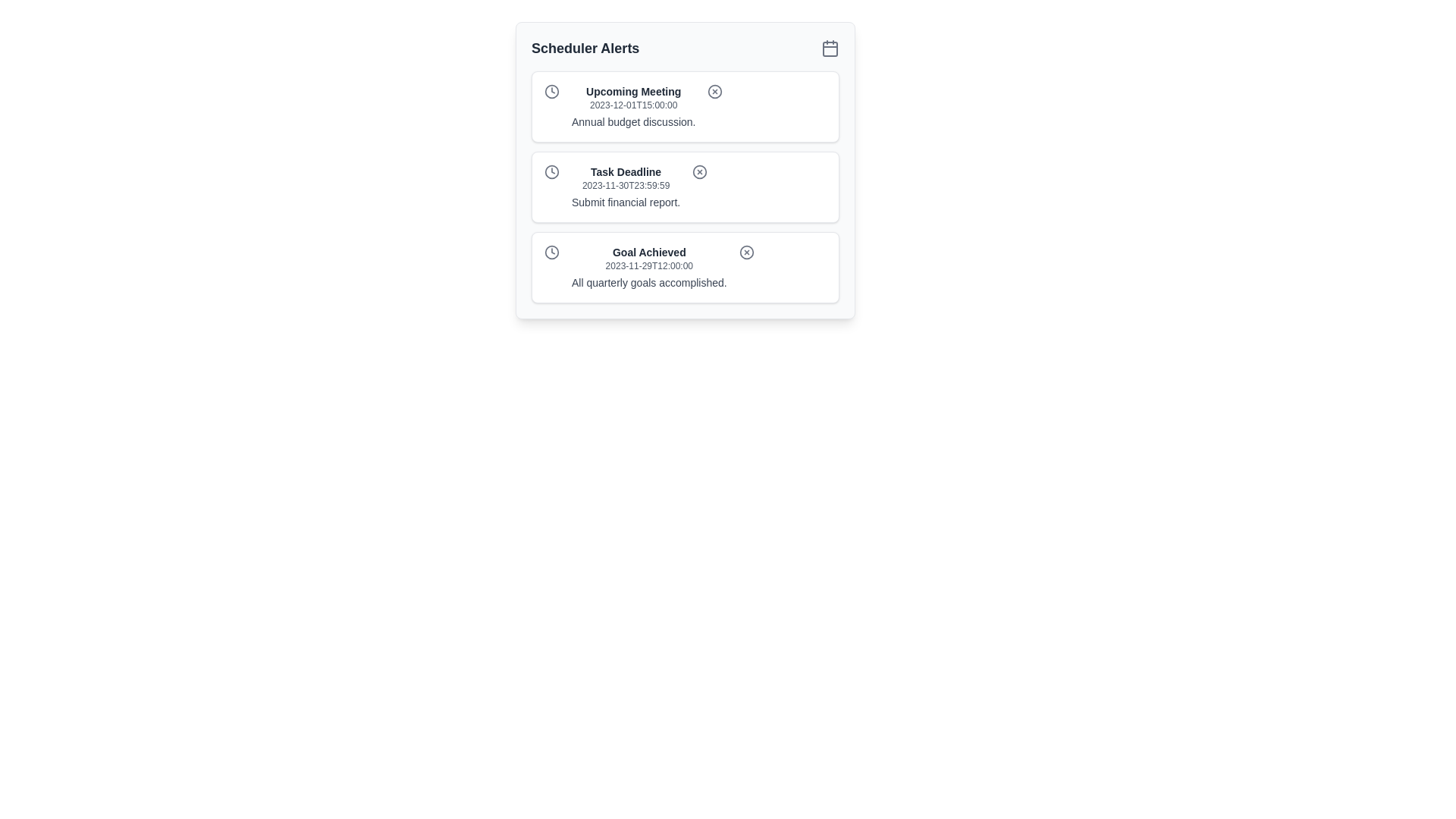  I want to click on the text display element showing '2023-11-29T12:00:00' which is located in the 'Goal Achieved' card within the 'Scheduler Alerts' section, positioned directly under the card title, so click(649, 265).